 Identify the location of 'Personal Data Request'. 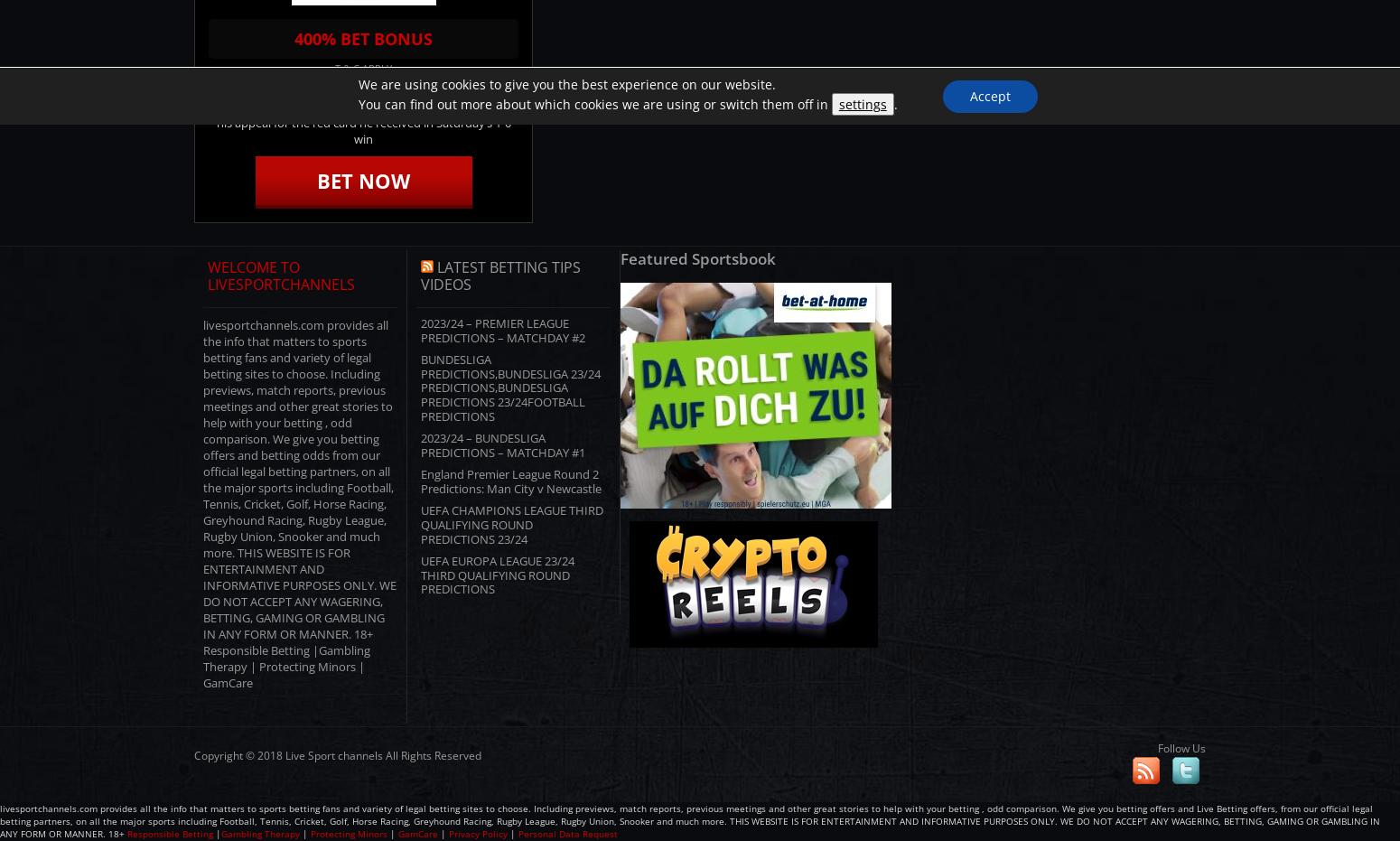
(566, 832).